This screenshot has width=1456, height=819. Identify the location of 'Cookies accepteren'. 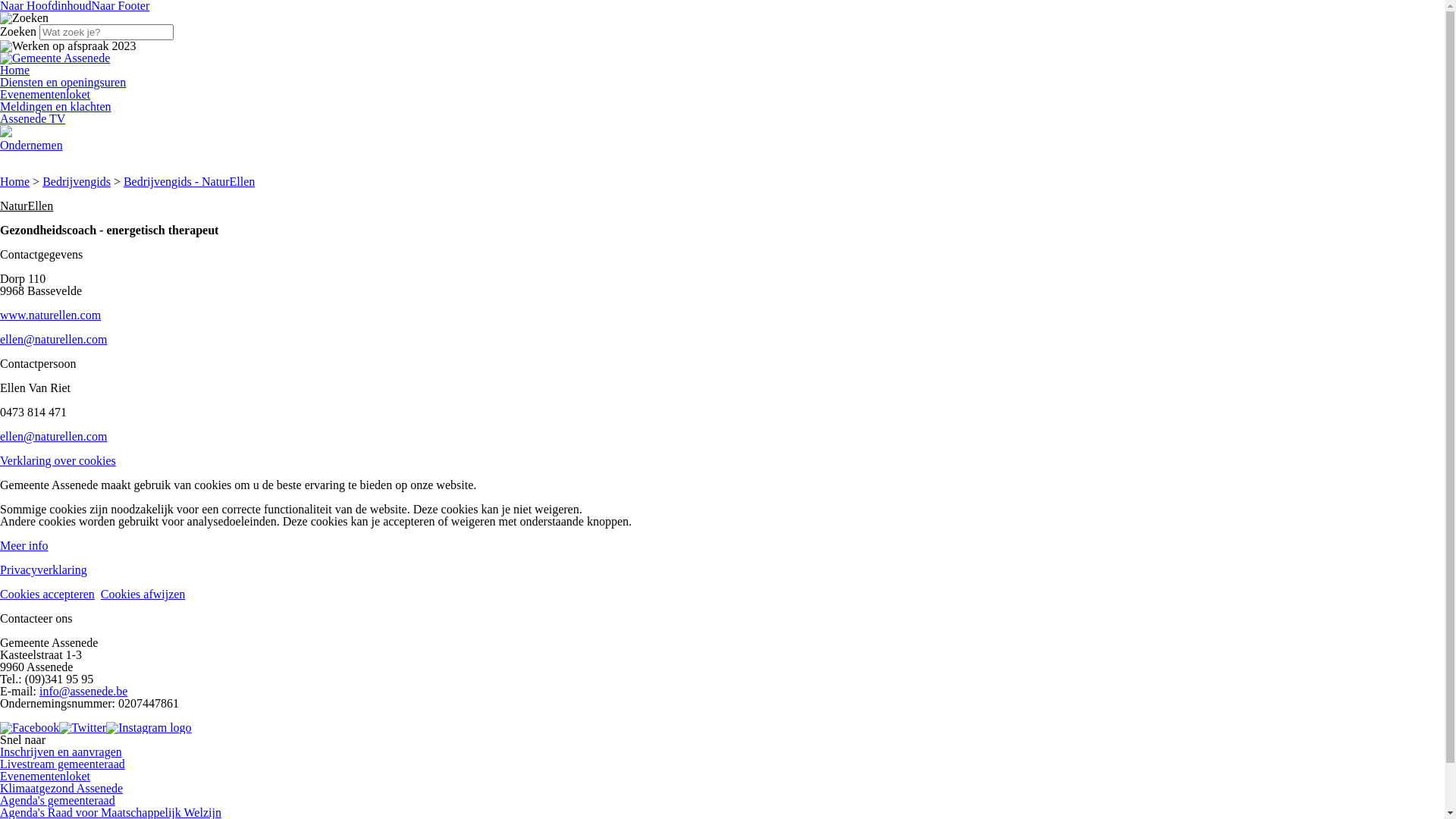
(47, 593).